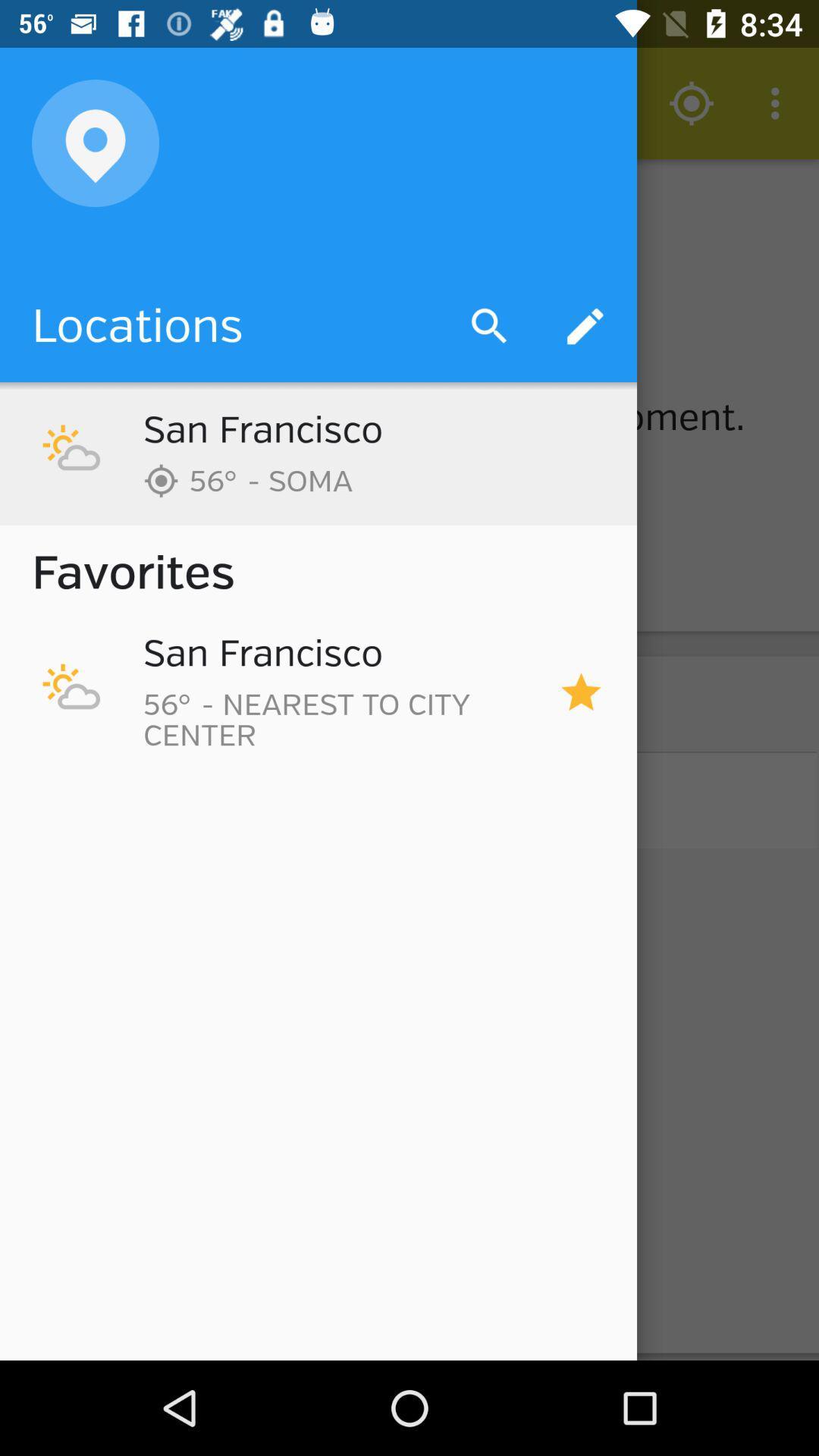 The width and height of the screenshot is (819, 1456). I want to click on the search icon, so click(408, 261).